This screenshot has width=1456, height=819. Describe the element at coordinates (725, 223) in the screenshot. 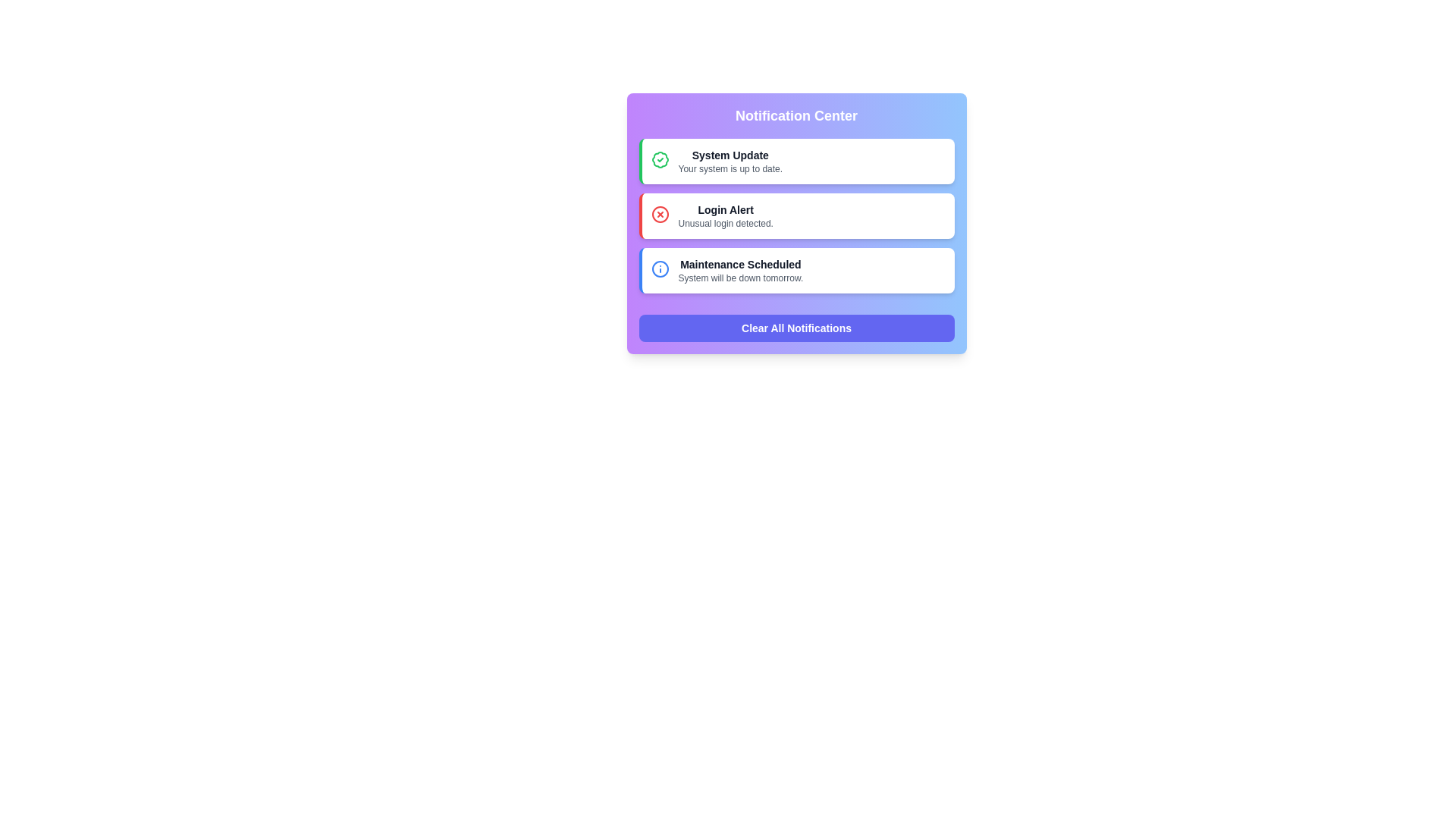

I see `the text label that provides descriptive information for the notification alerting the user of unusual login activity, located under the 'Login Alert' title in the second notification section` at that location.